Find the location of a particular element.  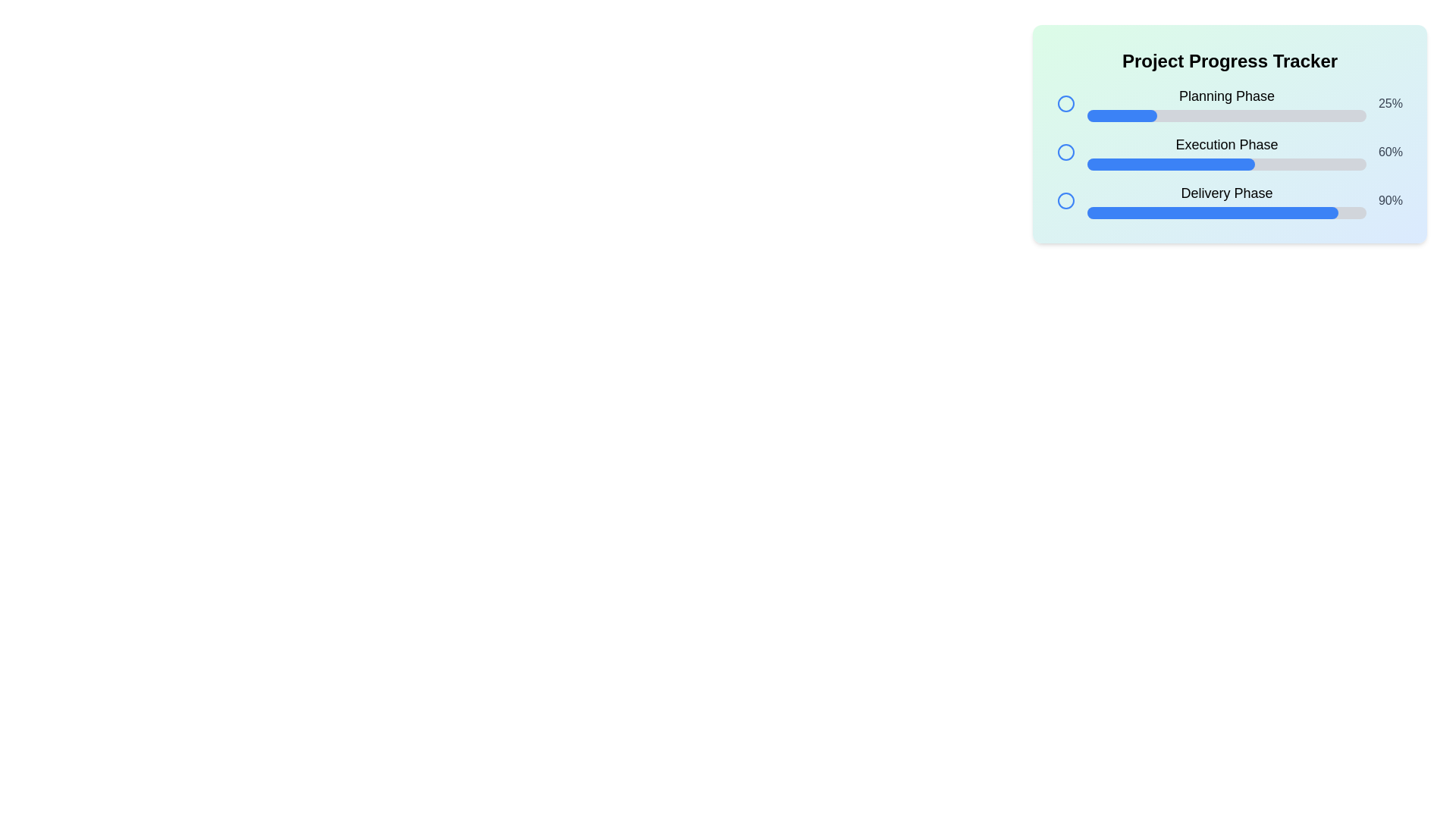

the inner progress bar segment representing 60% of the 'Execution Phase' in the tracker is located at coordinates (1170, 164).